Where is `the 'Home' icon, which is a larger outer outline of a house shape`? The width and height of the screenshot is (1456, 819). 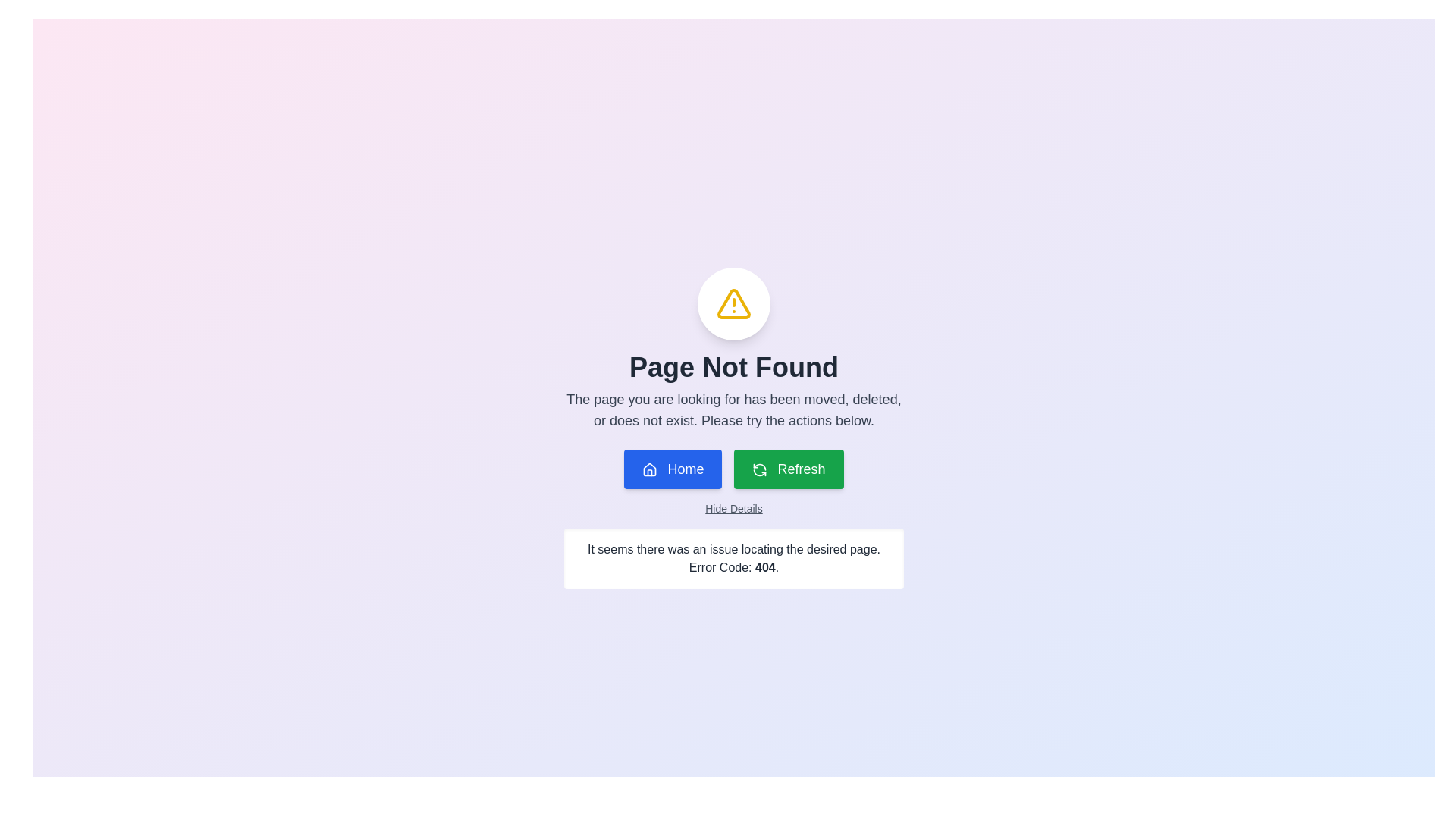
the 'Home' icon, which is a larger outer outline of a house shape is located at coordinates (650, 469).